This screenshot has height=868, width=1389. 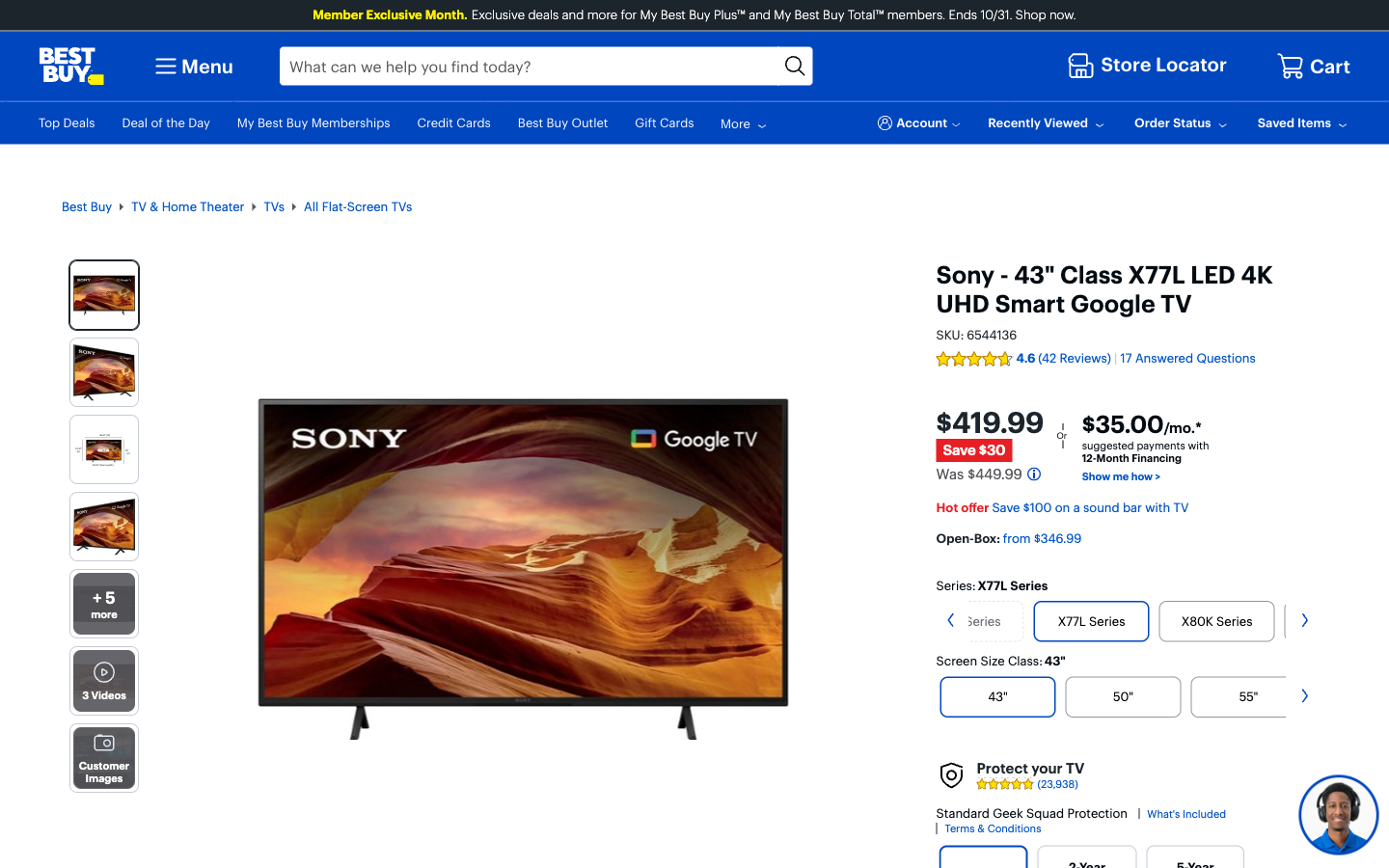 I want to click on more images of the Sony TV, so click(x=104, y=604).